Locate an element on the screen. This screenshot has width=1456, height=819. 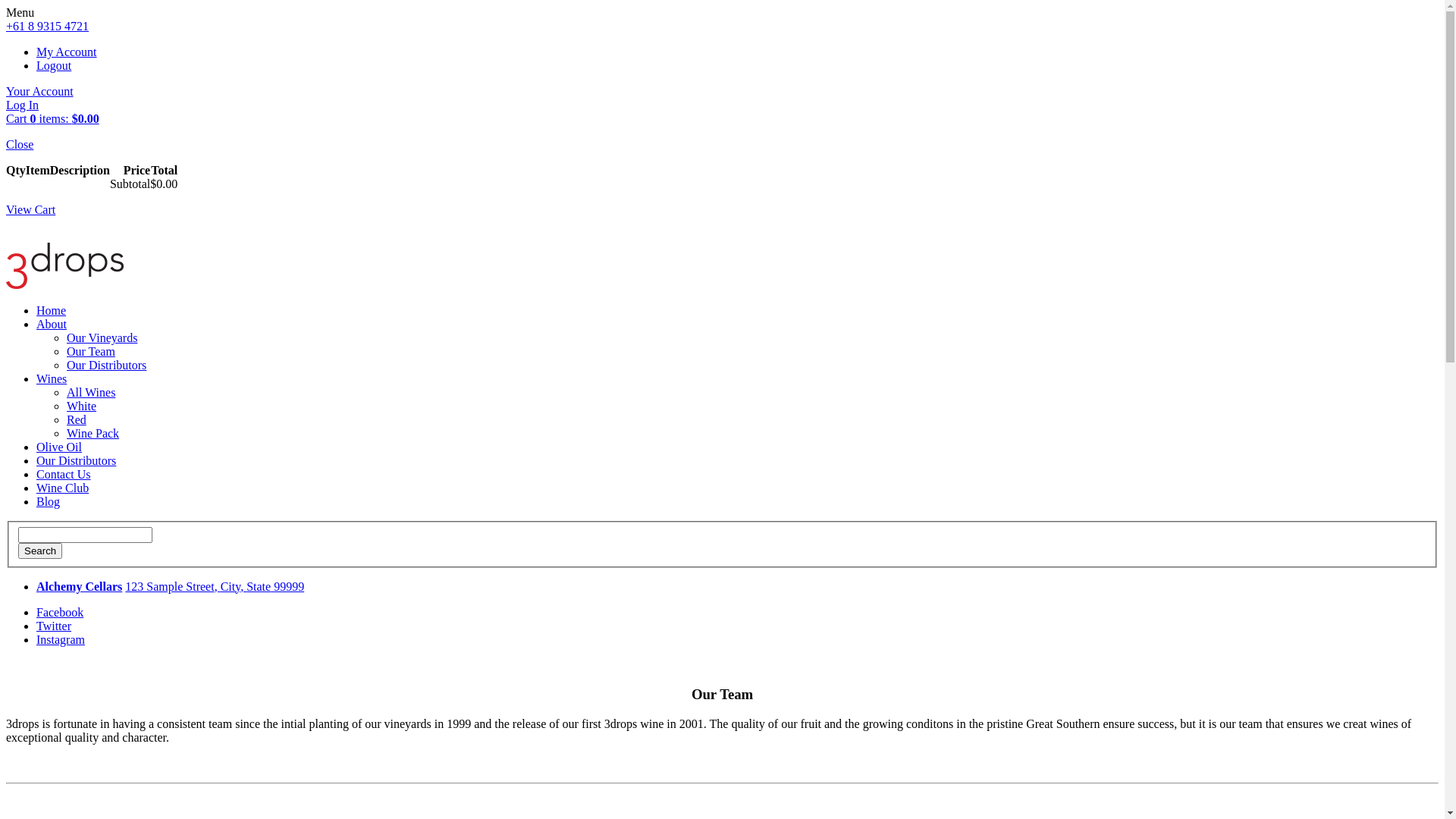
'My Account' is located at coordinates (65, 51).